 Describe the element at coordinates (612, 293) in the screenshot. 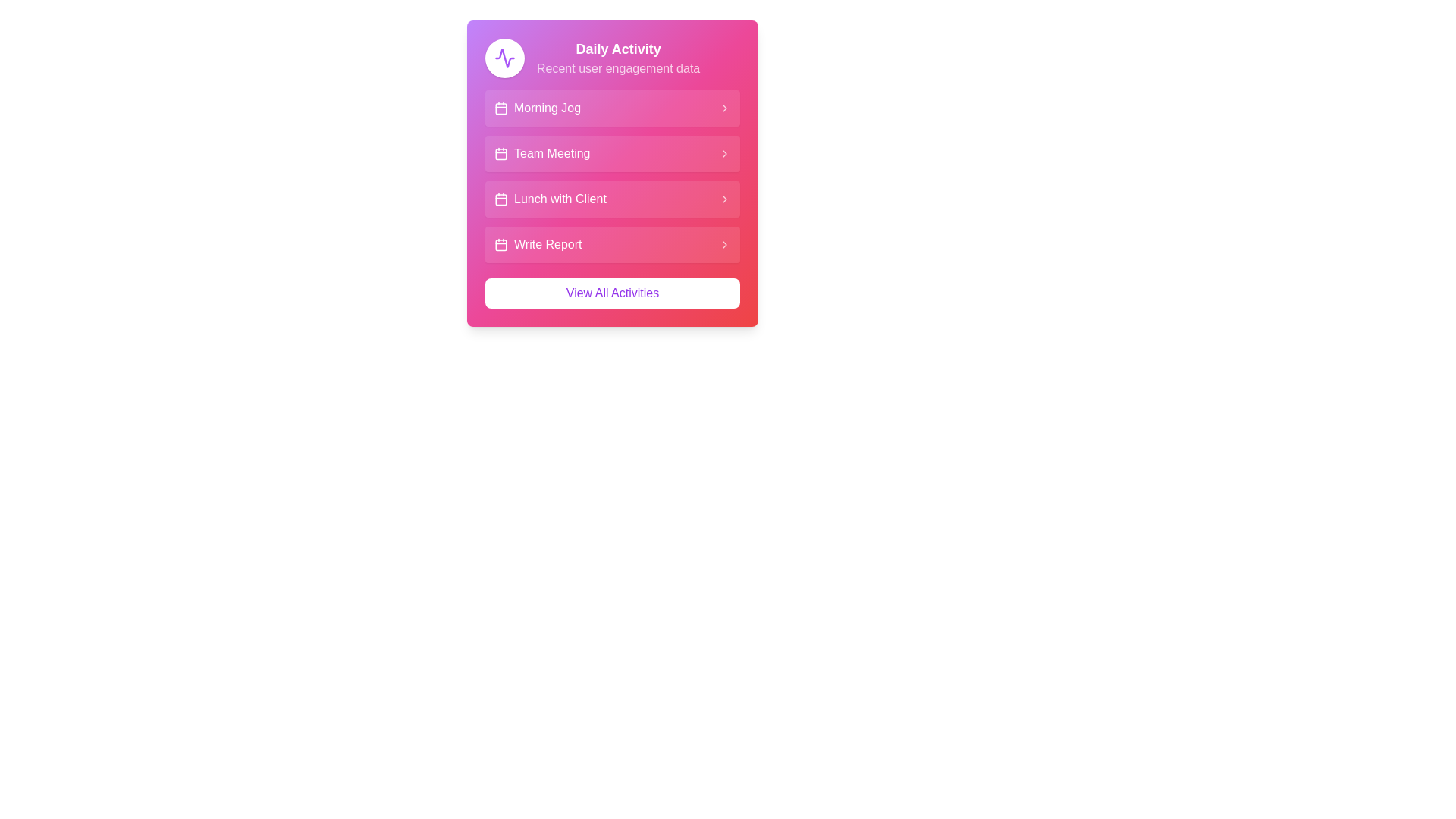

I see `the button that allows users to view a comprehensive list of activities, located below the 'Write Report' activity, to interact via keyboard` at that location.